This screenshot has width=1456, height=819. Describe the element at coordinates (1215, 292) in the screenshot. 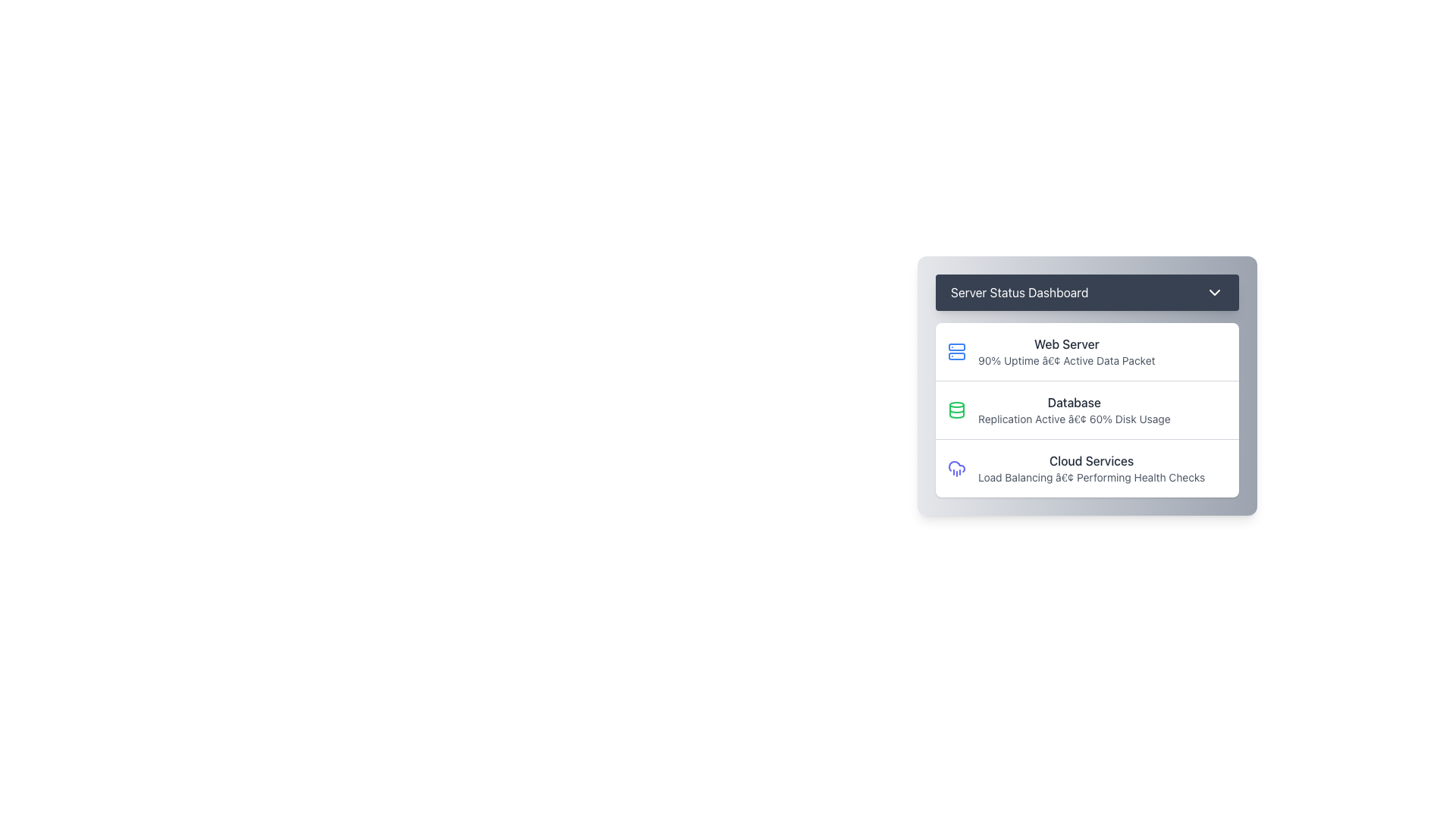

I see `the dropdown indicator icon located at the end of 'Server Status Dashboard' in the dark gray header block to toggle visibility of further content` at that location.